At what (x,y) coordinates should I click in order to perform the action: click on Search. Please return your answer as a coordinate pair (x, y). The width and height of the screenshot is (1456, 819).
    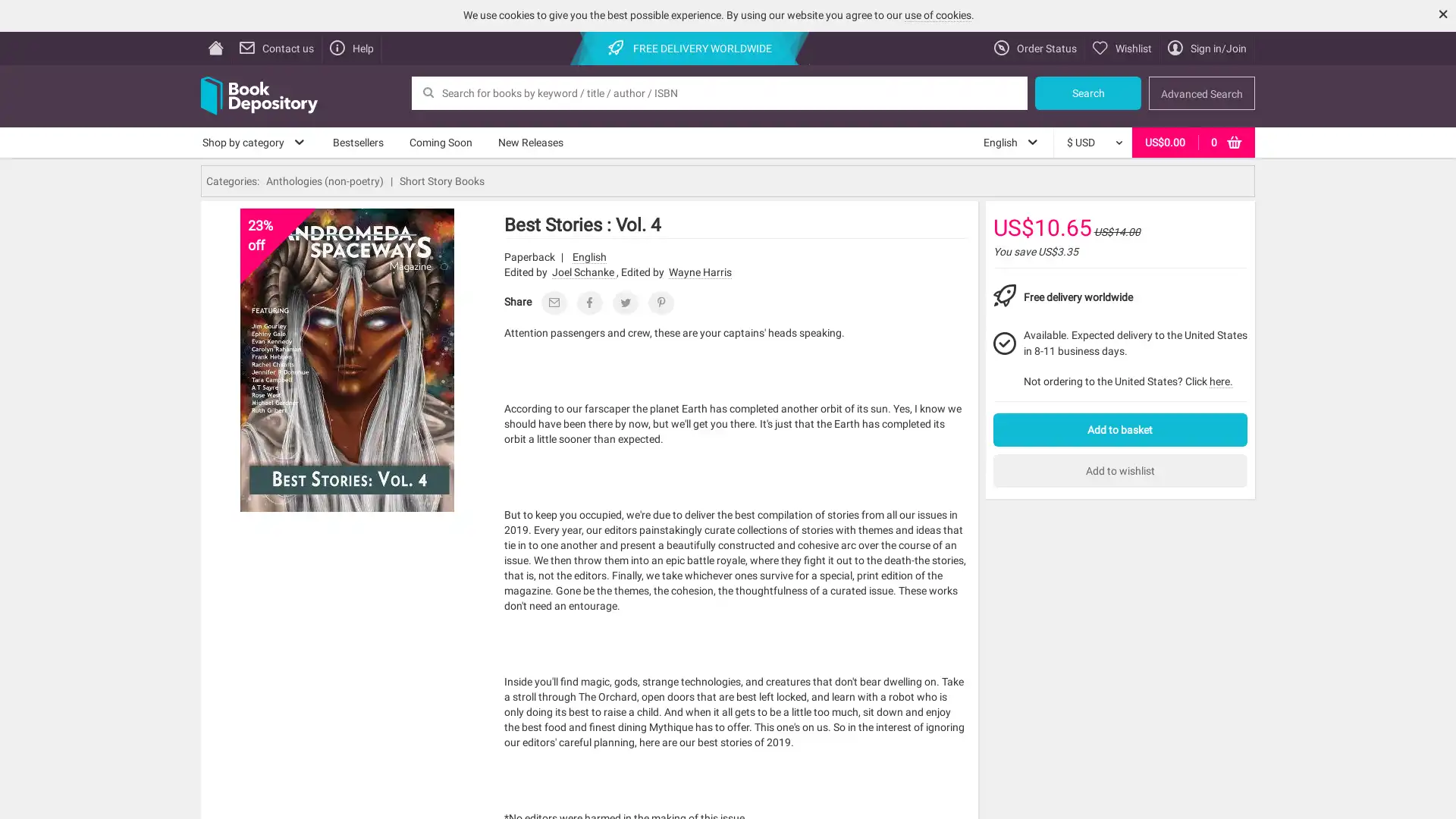
    Looking at the image, I should click on (1087, 93).